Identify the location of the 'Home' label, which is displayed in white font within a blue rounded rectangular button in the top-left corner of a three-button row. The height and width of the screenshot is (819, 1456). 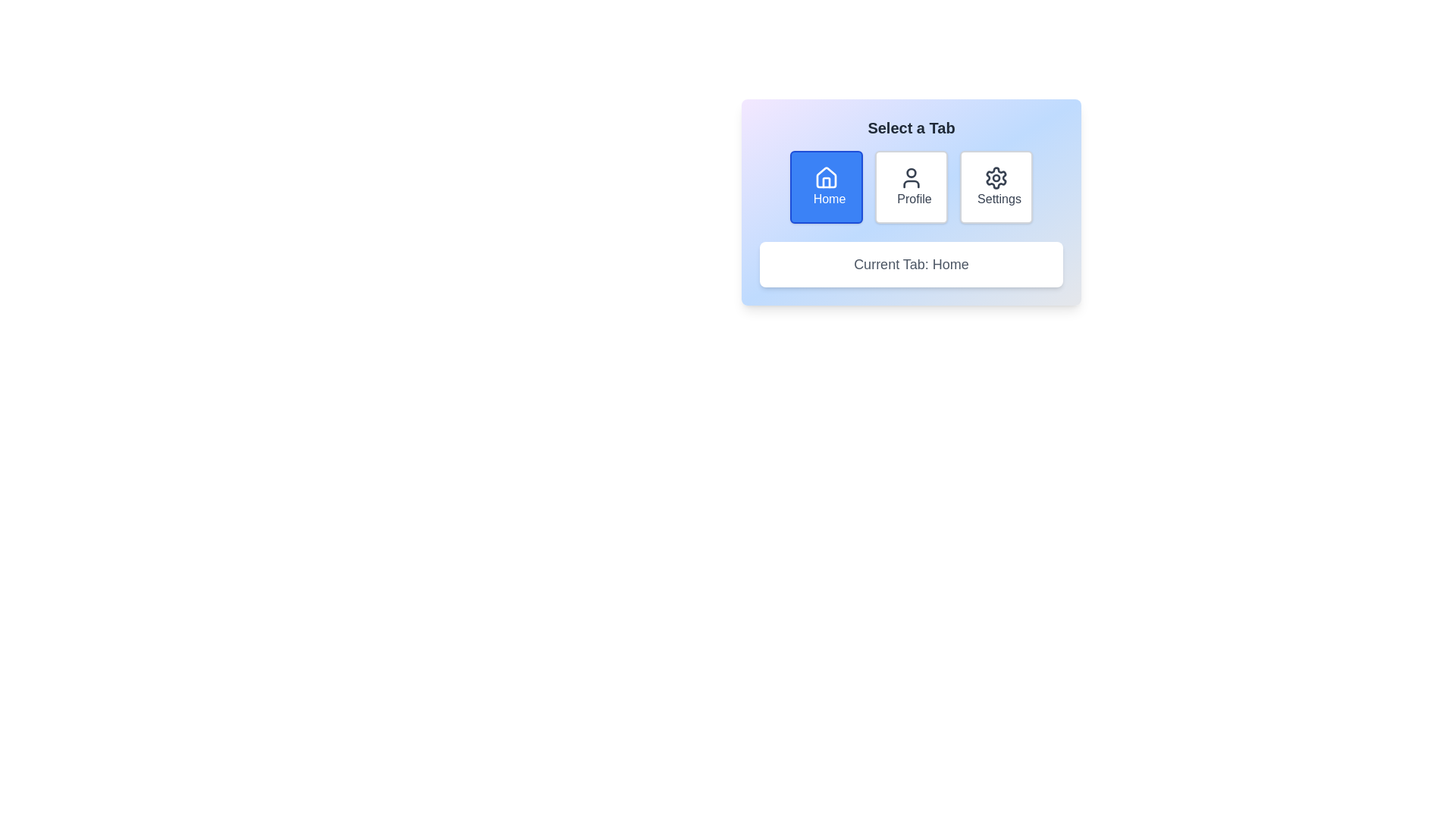
(829, 198).